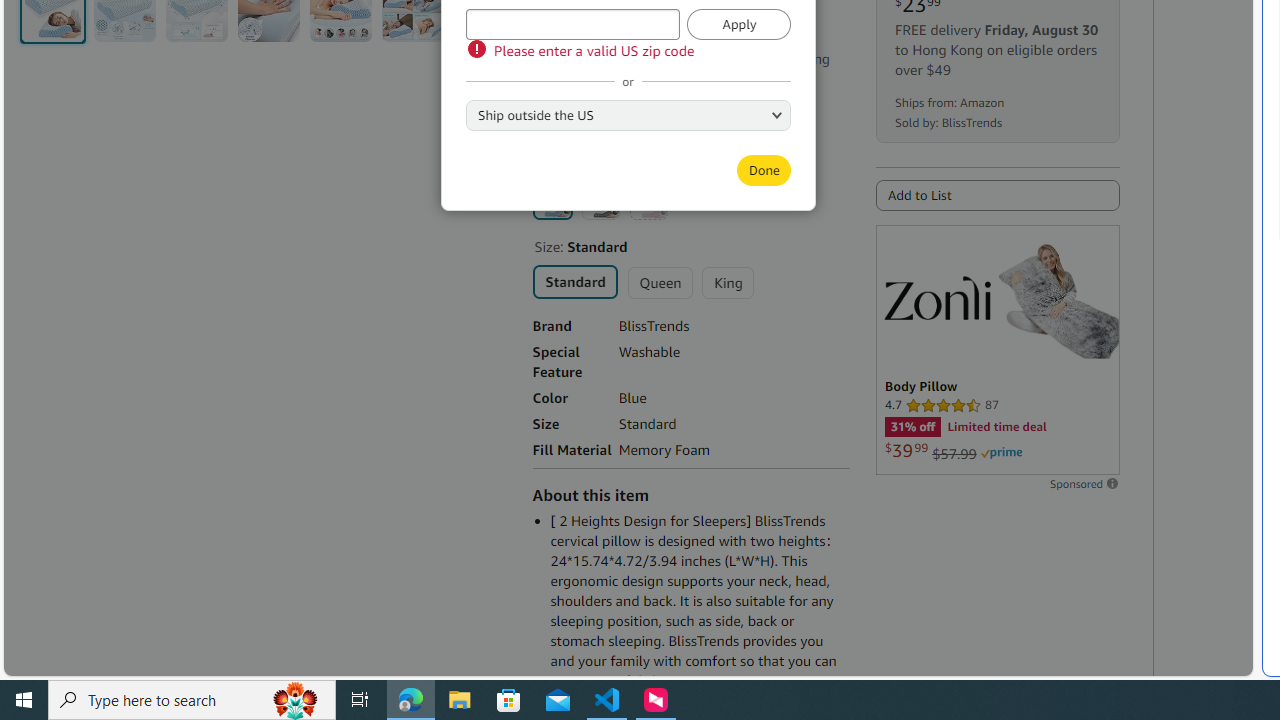  I want to click on 'Standard', so click(573, 281).